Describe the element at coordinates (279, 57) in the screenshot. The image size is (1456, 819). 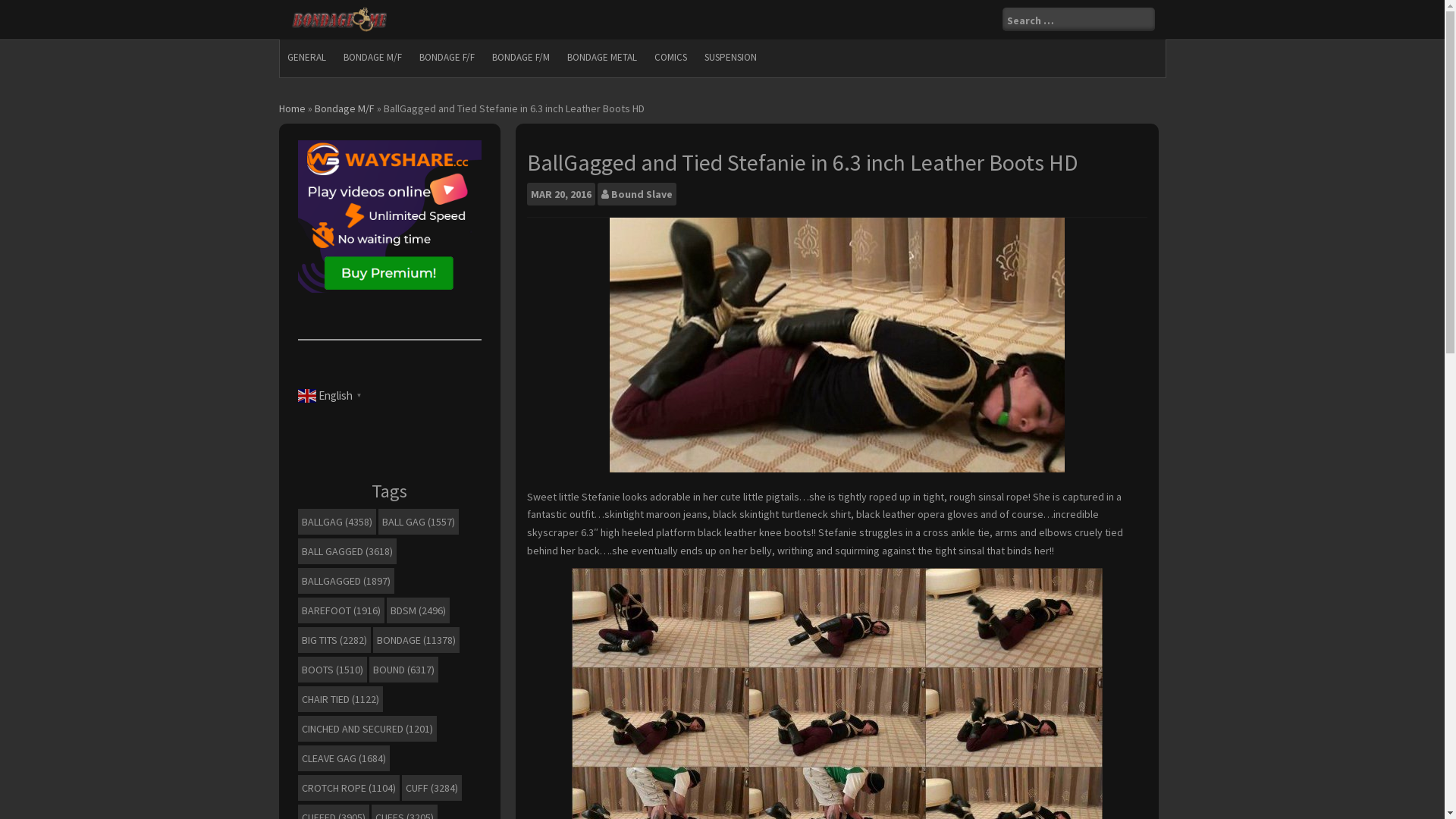
I see `'GENERAL'` at that location.